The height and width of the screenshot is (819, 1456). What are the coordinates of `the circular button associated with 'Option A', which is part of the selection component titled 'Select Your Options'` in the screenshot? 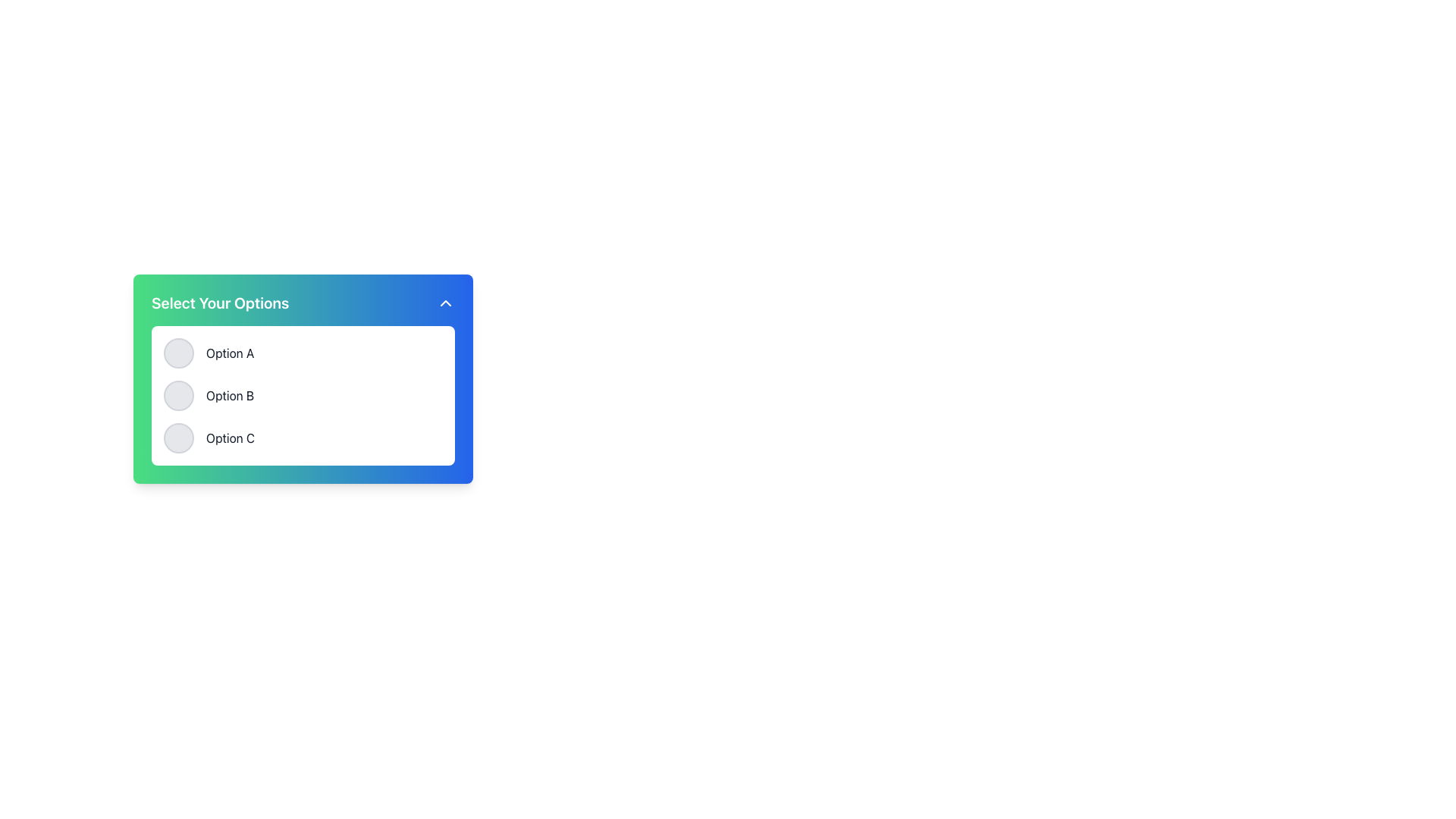 It's located at (303, 378).